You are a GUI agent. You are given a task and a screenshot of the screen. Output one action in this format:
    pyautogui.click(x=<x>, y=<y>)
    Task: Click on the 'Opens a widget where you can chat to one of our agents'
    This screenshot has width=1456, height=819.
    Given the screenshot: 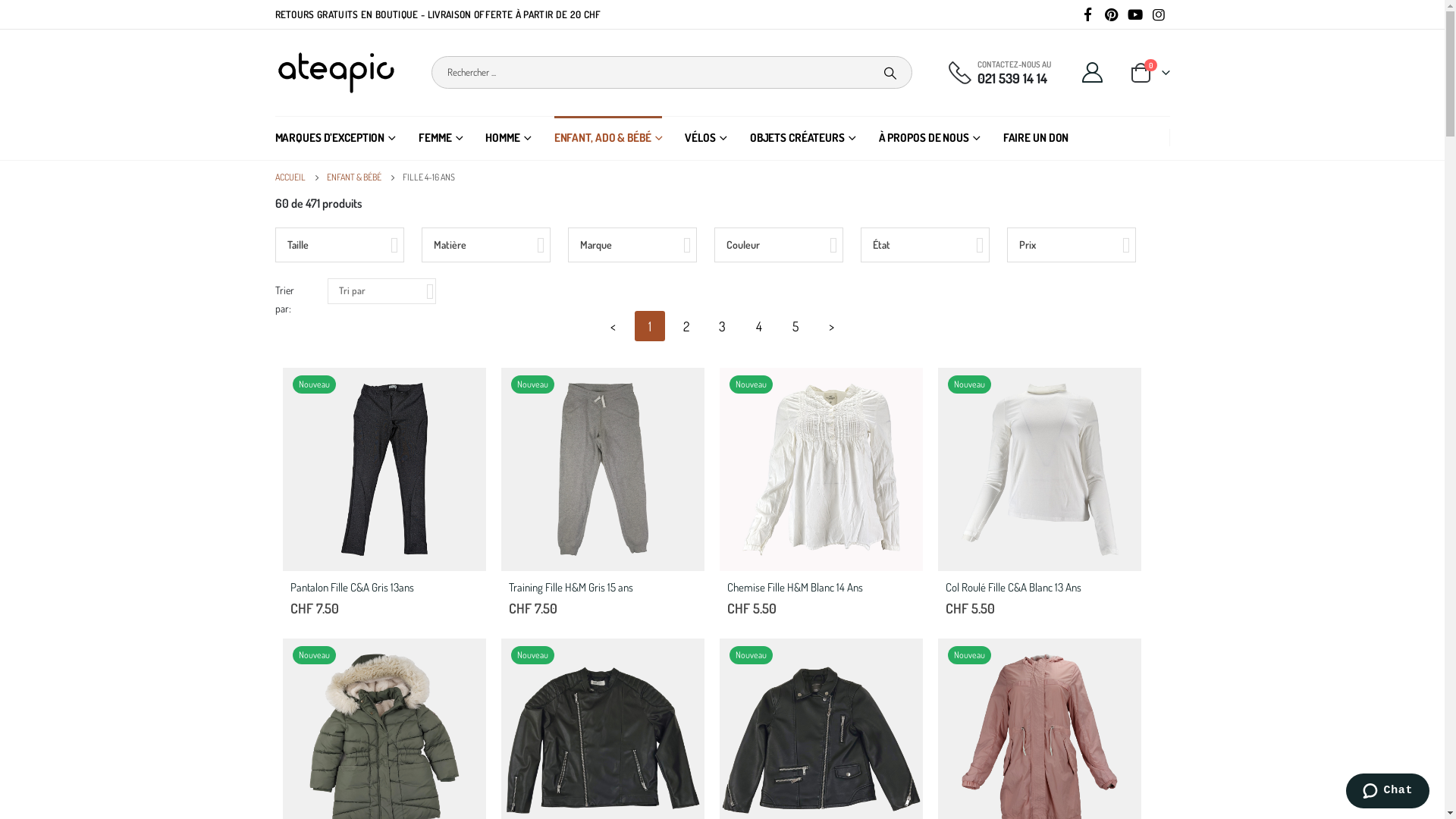 What is the action you would take?
    pyautogui.click(x=1387, y=792)
    